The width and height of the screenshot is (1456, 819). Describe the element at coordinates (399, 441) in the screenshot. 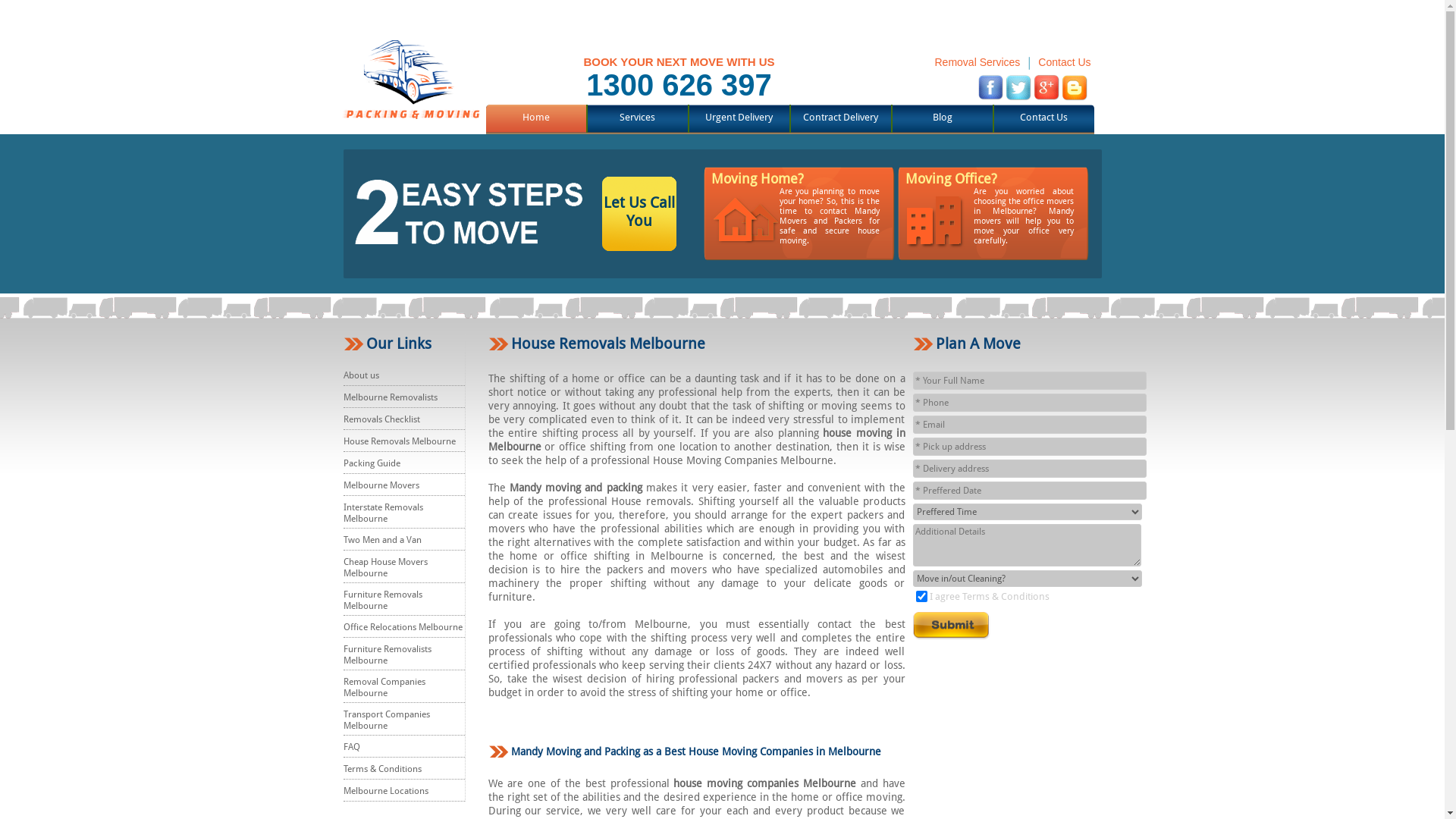

I see `'House Removals Melbourne'` at that location.